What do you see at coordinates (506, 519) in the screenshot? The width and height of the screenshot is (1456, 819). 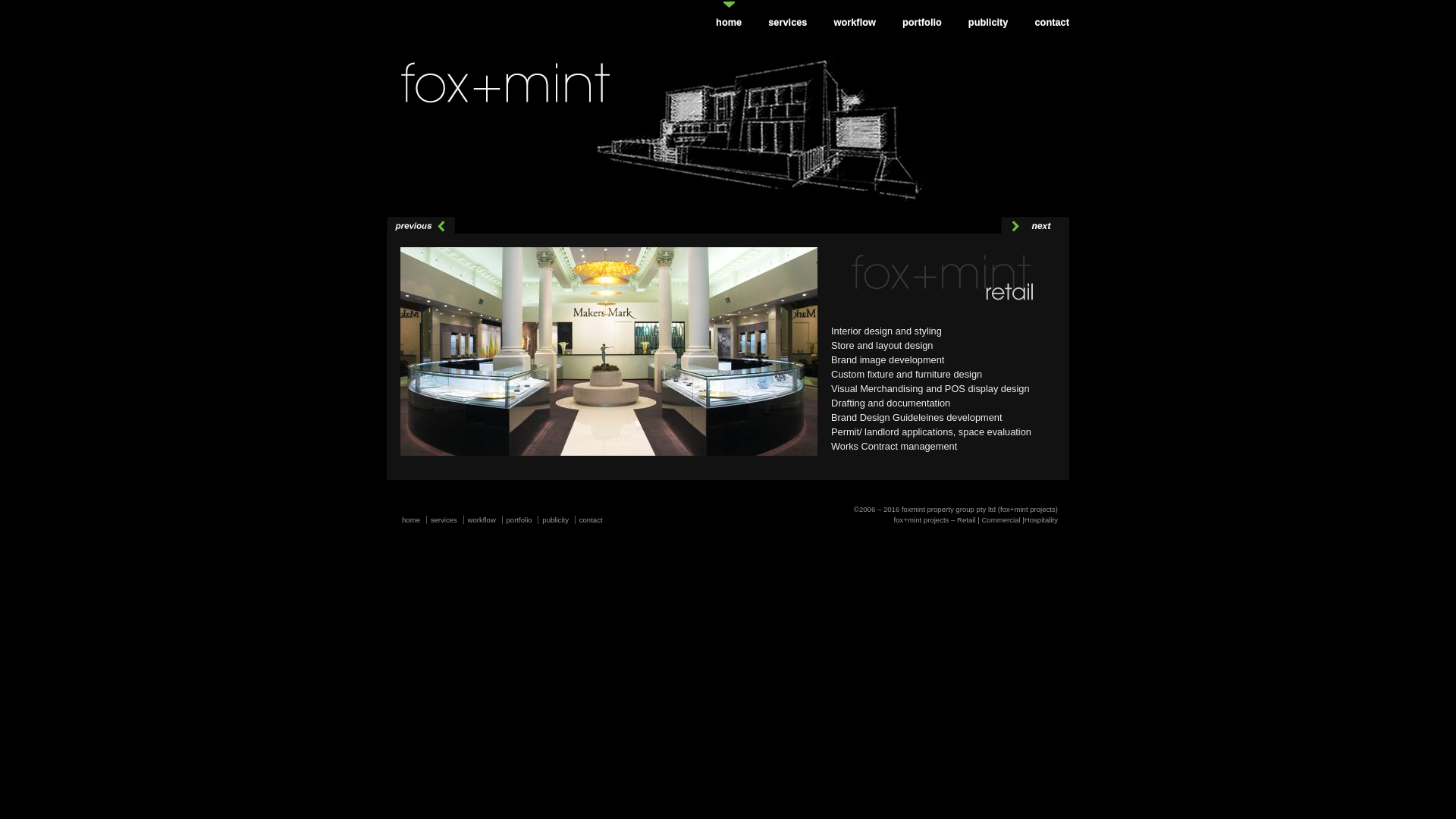 I see `'portfolio'` at bounding box center [506, 519].